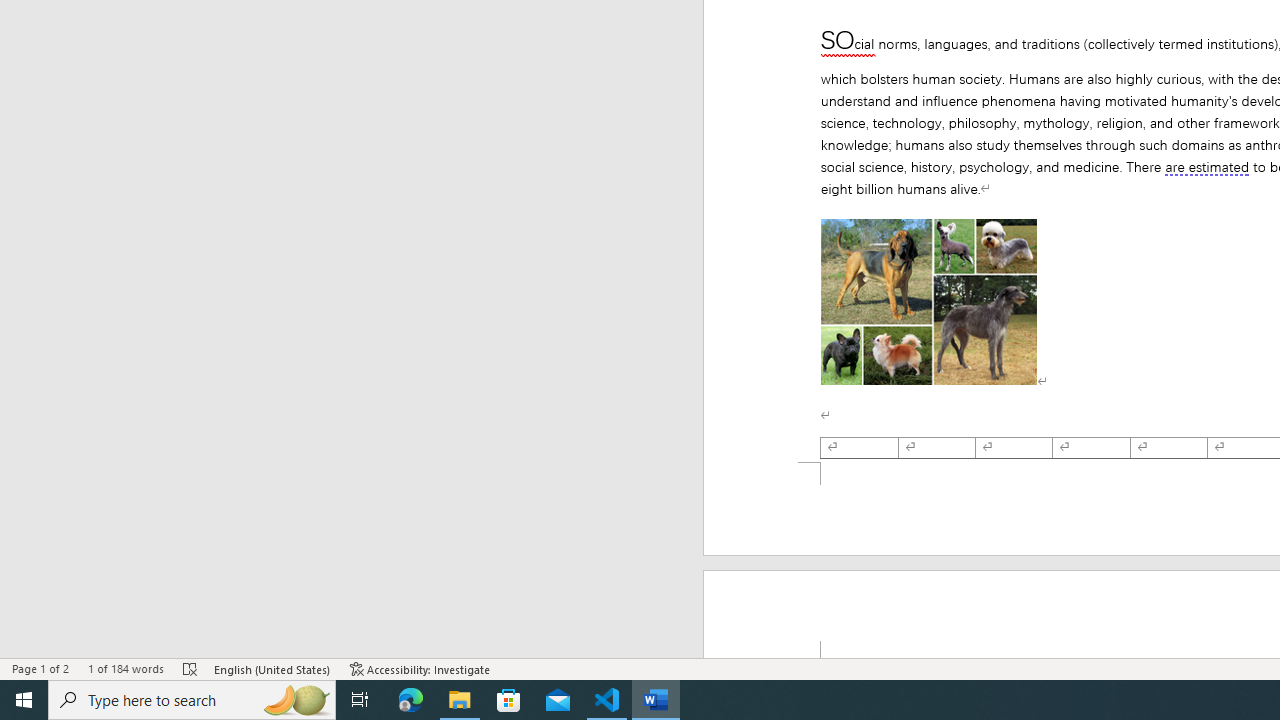 This screenshot has width=1280, height=720. Describe the element at coordinates (40, 669) in the screenshot. I see `'Page Number Page 1 of 2'` at that location.